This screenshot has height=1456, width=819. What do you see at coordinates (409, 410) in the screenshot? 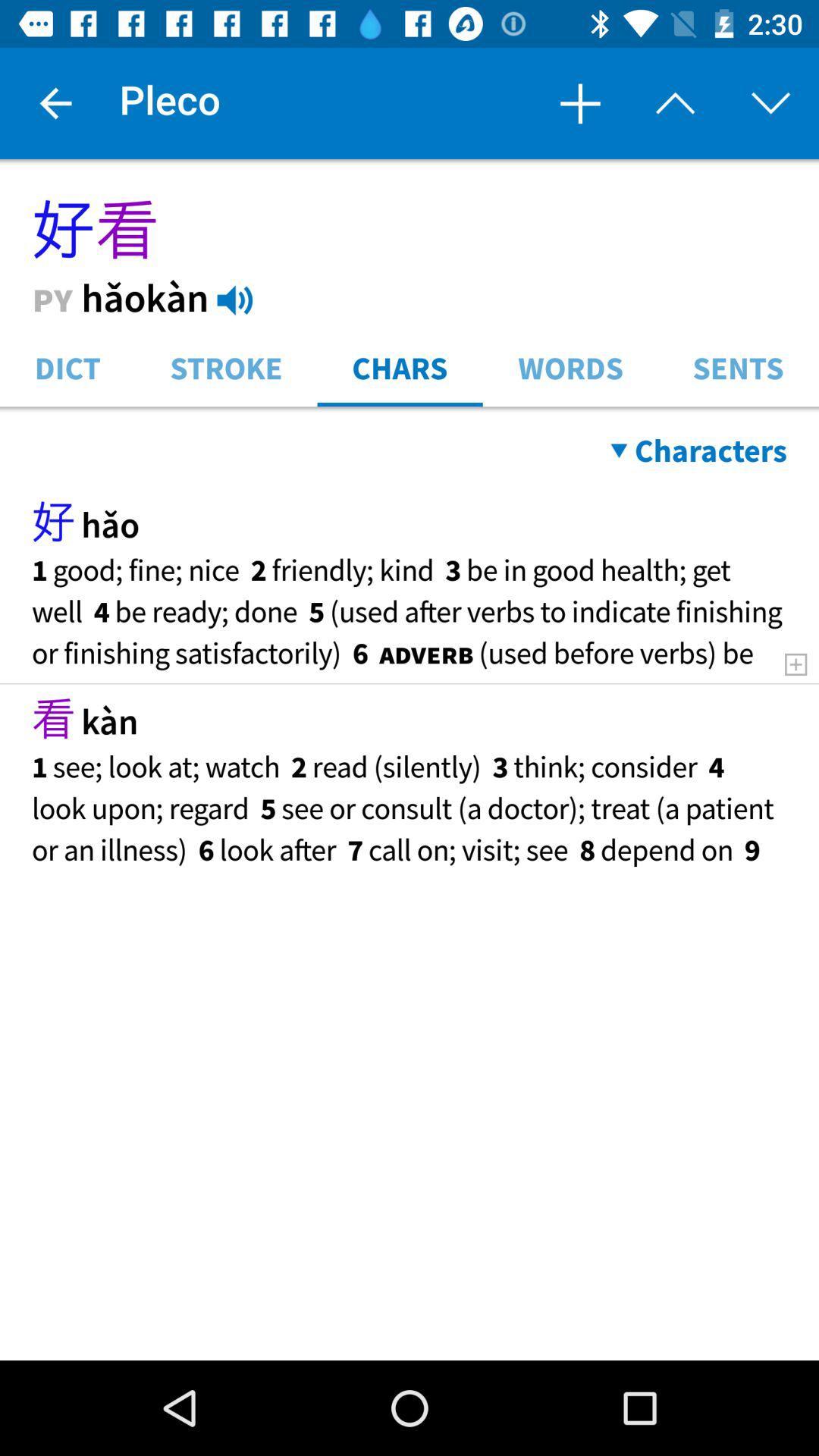
I see `the item below the dict item` at bounding box center [409, 410].